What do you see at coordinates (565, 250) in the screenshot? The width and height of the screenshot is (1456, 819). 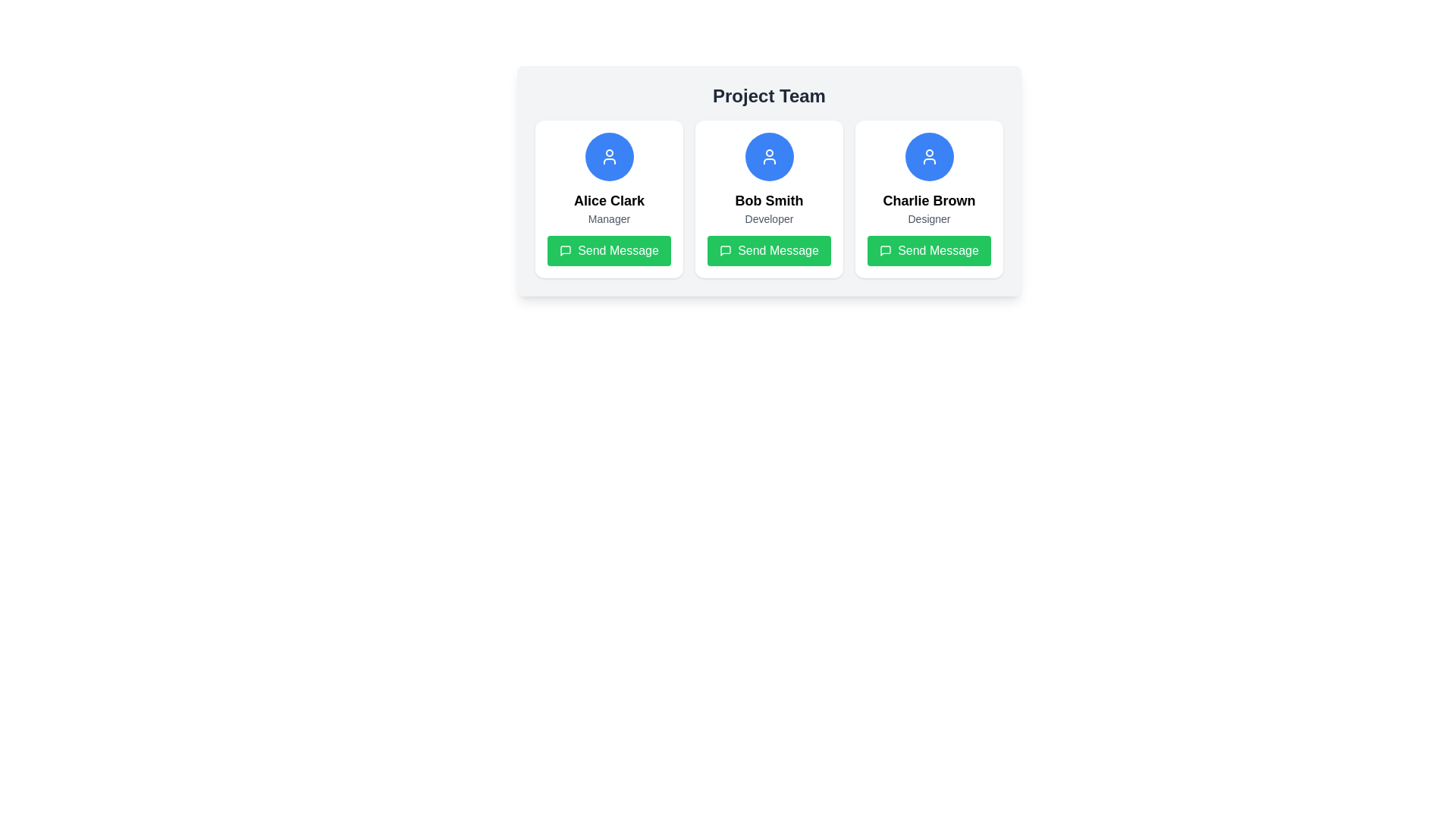 I see `the icon representing the 'Send Message' functionality, located centrally within the 'Send Message' button at the bottom section of the card for Alice Clark, a Manager` at bounding box center [565, 250].